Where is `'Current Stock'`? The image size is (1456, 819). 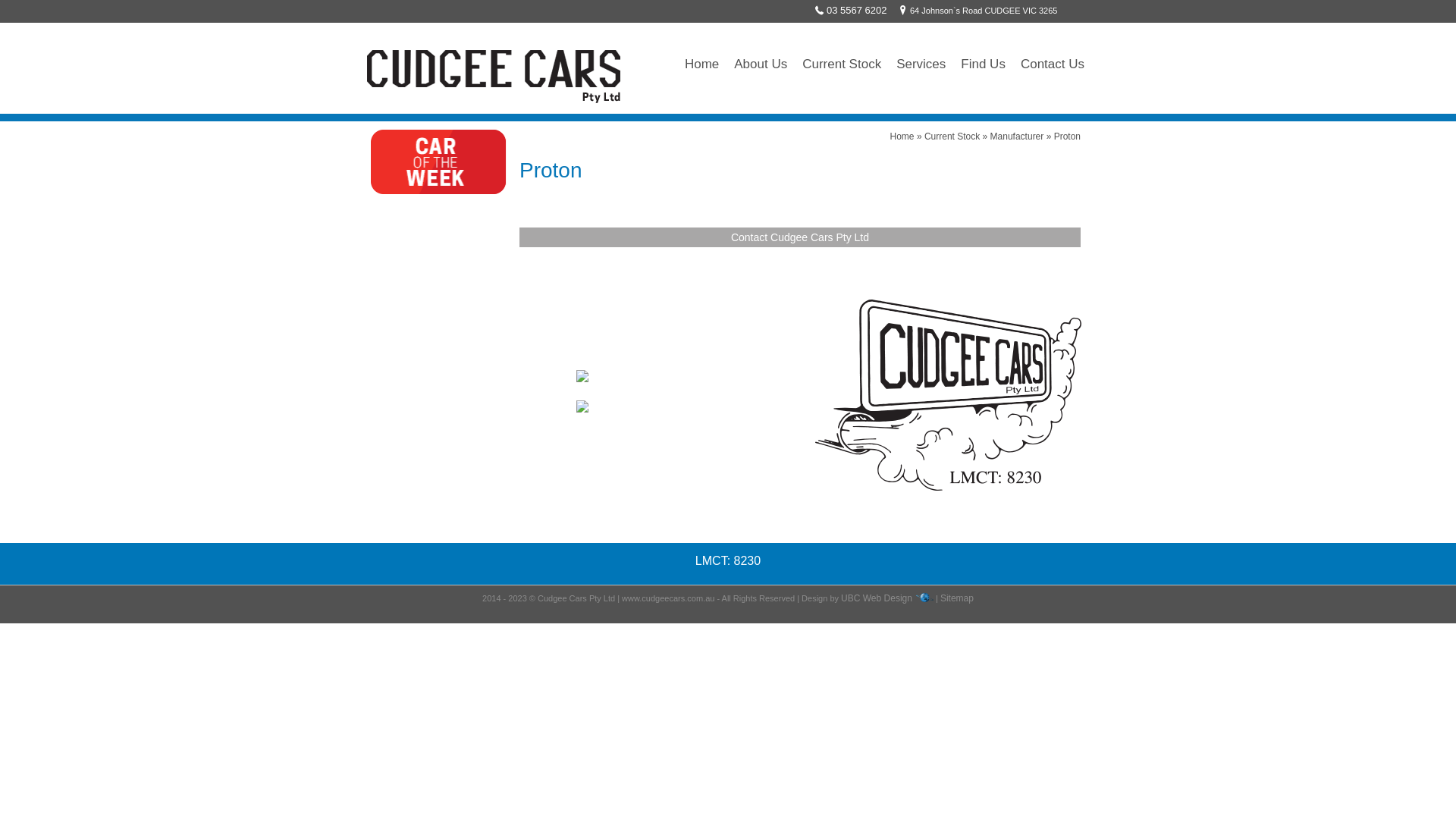 'Current Stock' is located at coordinates (924, 136).